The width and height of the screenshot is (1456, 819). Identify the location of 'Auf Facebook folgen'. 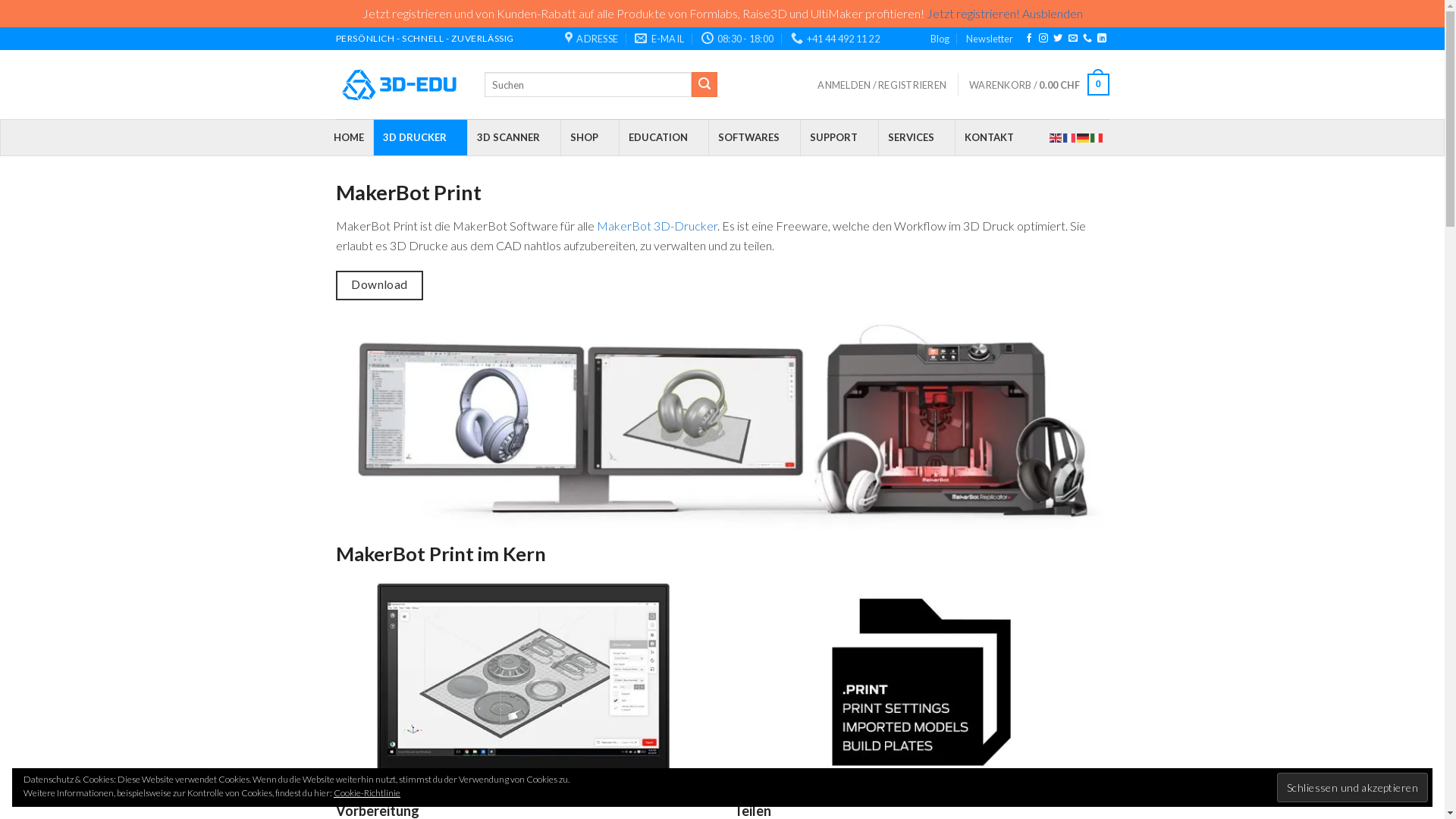
(1029, 37).